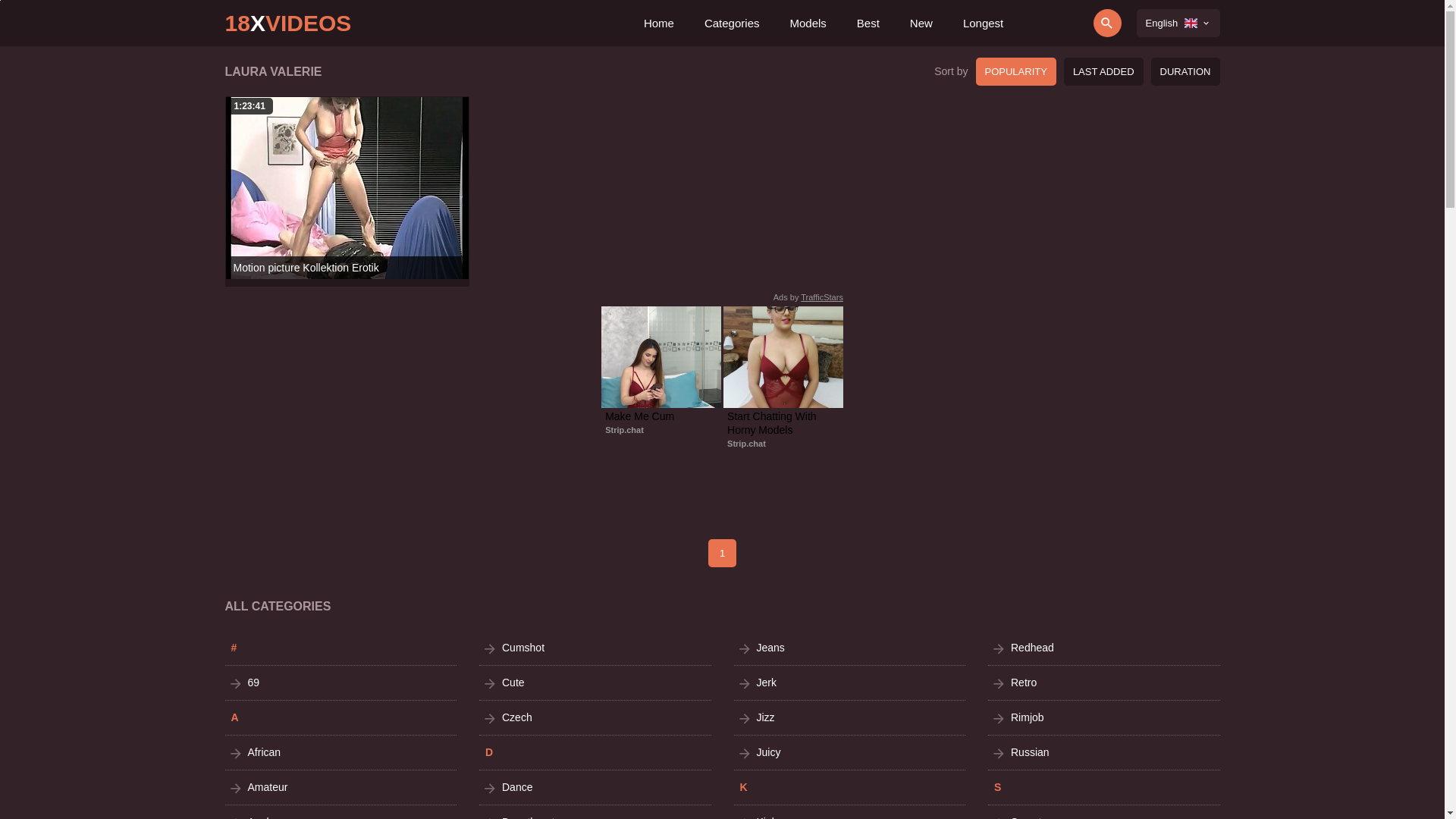 The width and height of the screenshot is (1456, 819). What do you see at coordinates (595, 717) in the screenshot?
I see `'Czech'` at bounding box center [595, 717].